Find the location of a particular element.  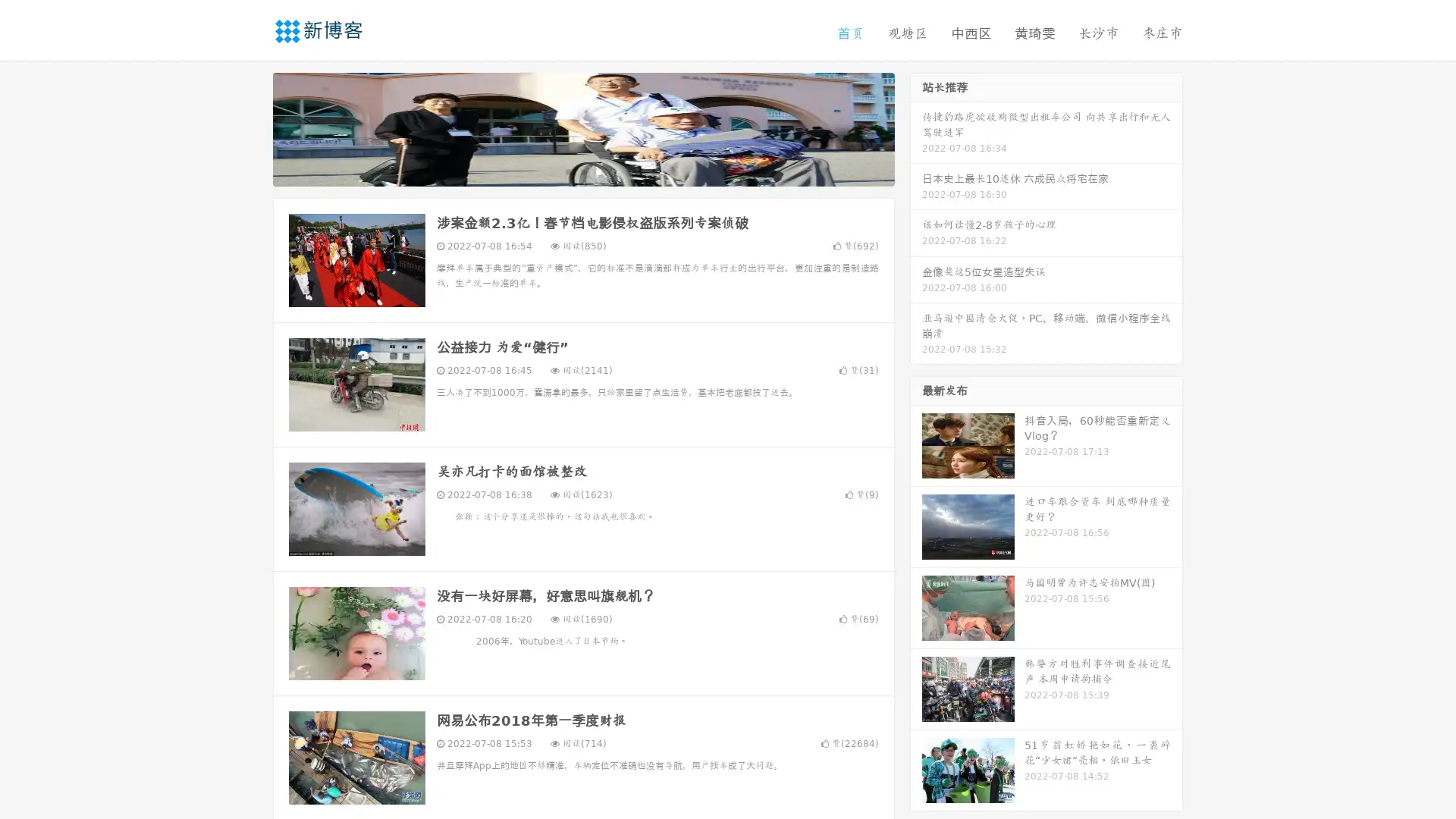

Go to slide 2 is located at coordinates (582, 171).